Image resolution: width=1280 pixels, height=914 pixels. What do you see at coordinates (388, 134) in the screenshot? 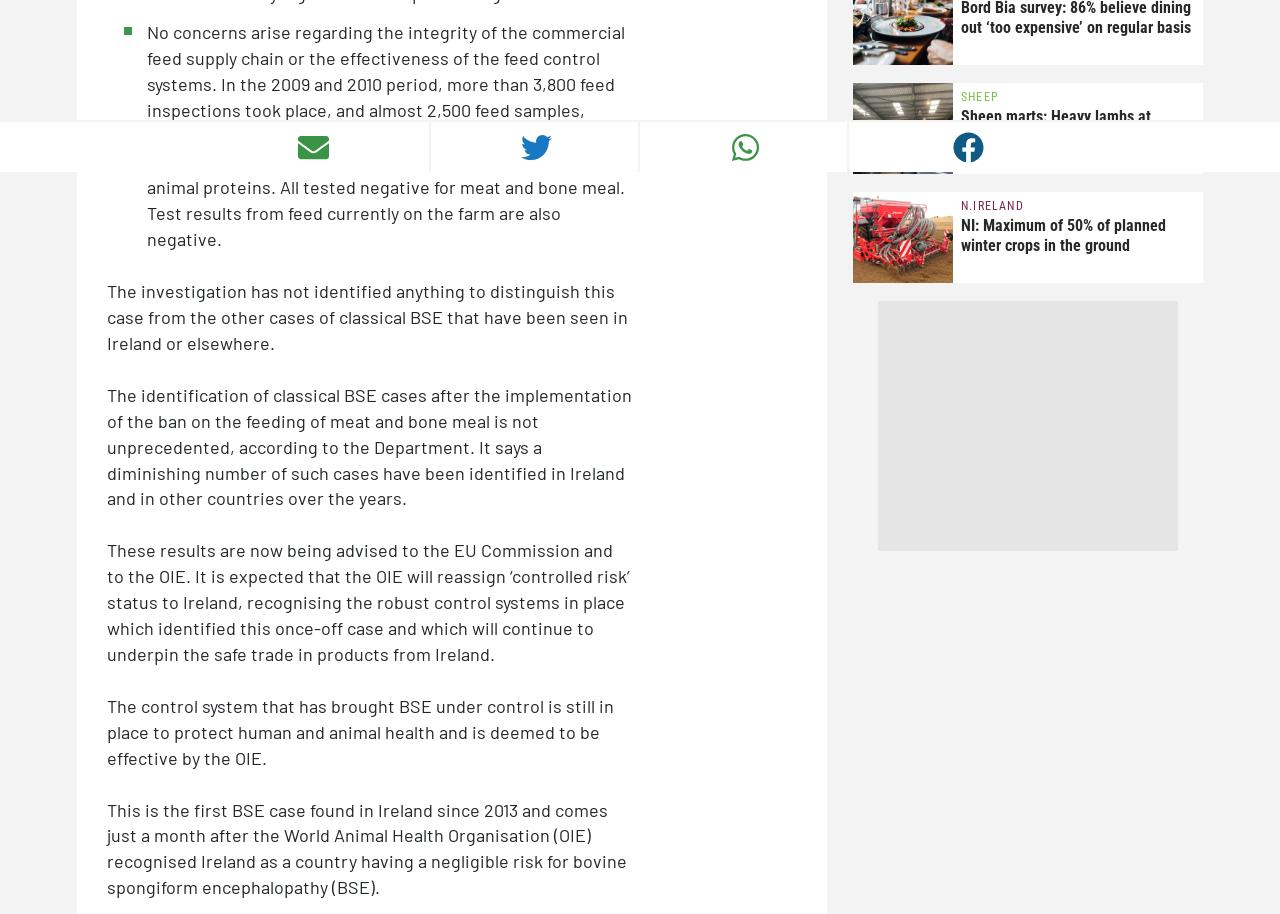
I see `'No concerns arise regarding the integrity of the commercial feed supply chain or the effectiveness of the feed control systems. In the 2009 and 2010 period, more than 3,800 feed inspections took place, and almost 2,500 feed samples, including 52 from suppliers to the farm on which the positive case was found, were tested for the presence of processed animal proteins. All tested negative for meat and bone meal. Test results from feed currently on the farm are also negative.'` at bounding box center [388, 134].